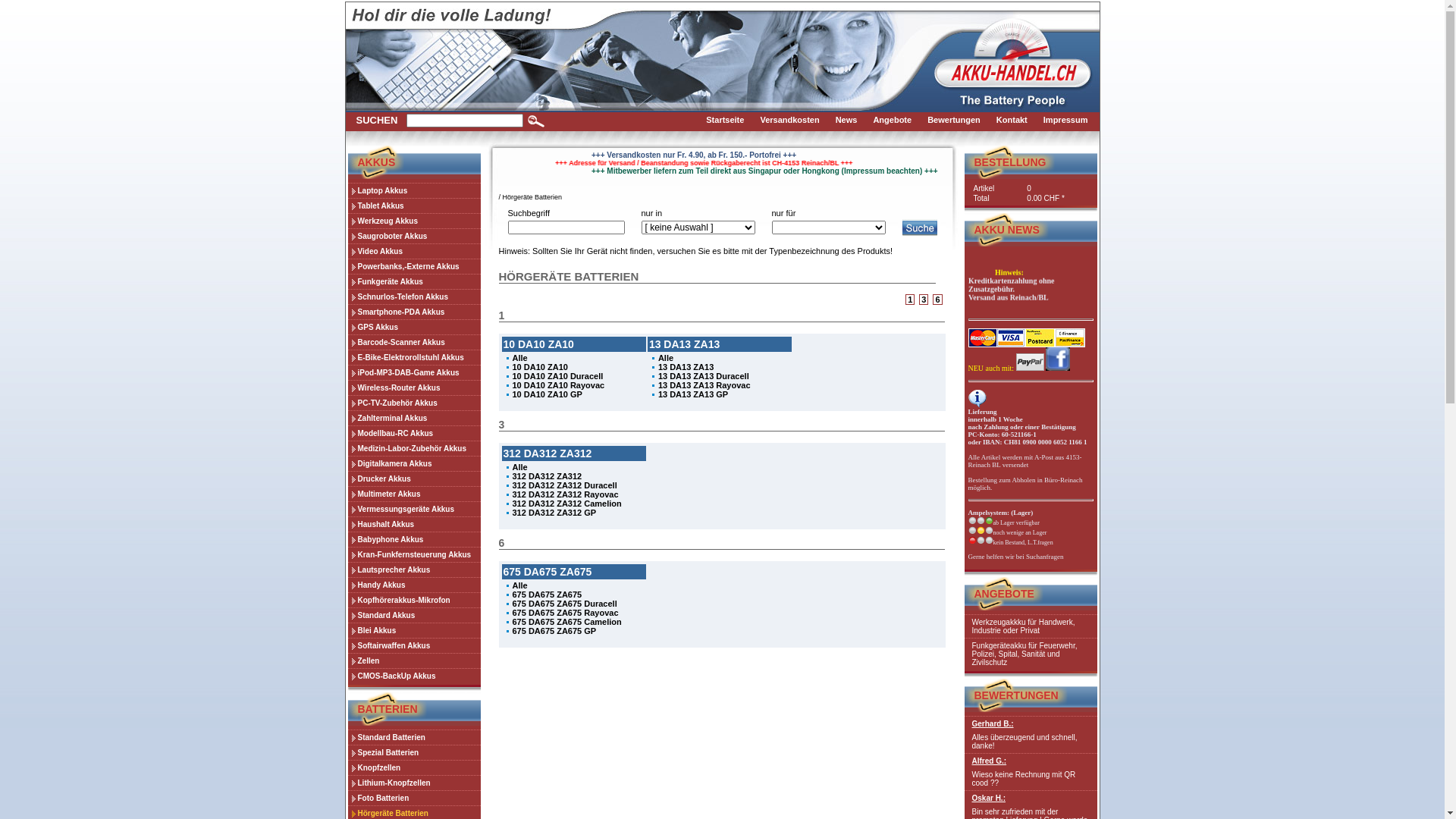  What do you see at coordinates (346, 326) in the screenshot?
I see `'GPS Akkus'` at bounding box center [346, 326].